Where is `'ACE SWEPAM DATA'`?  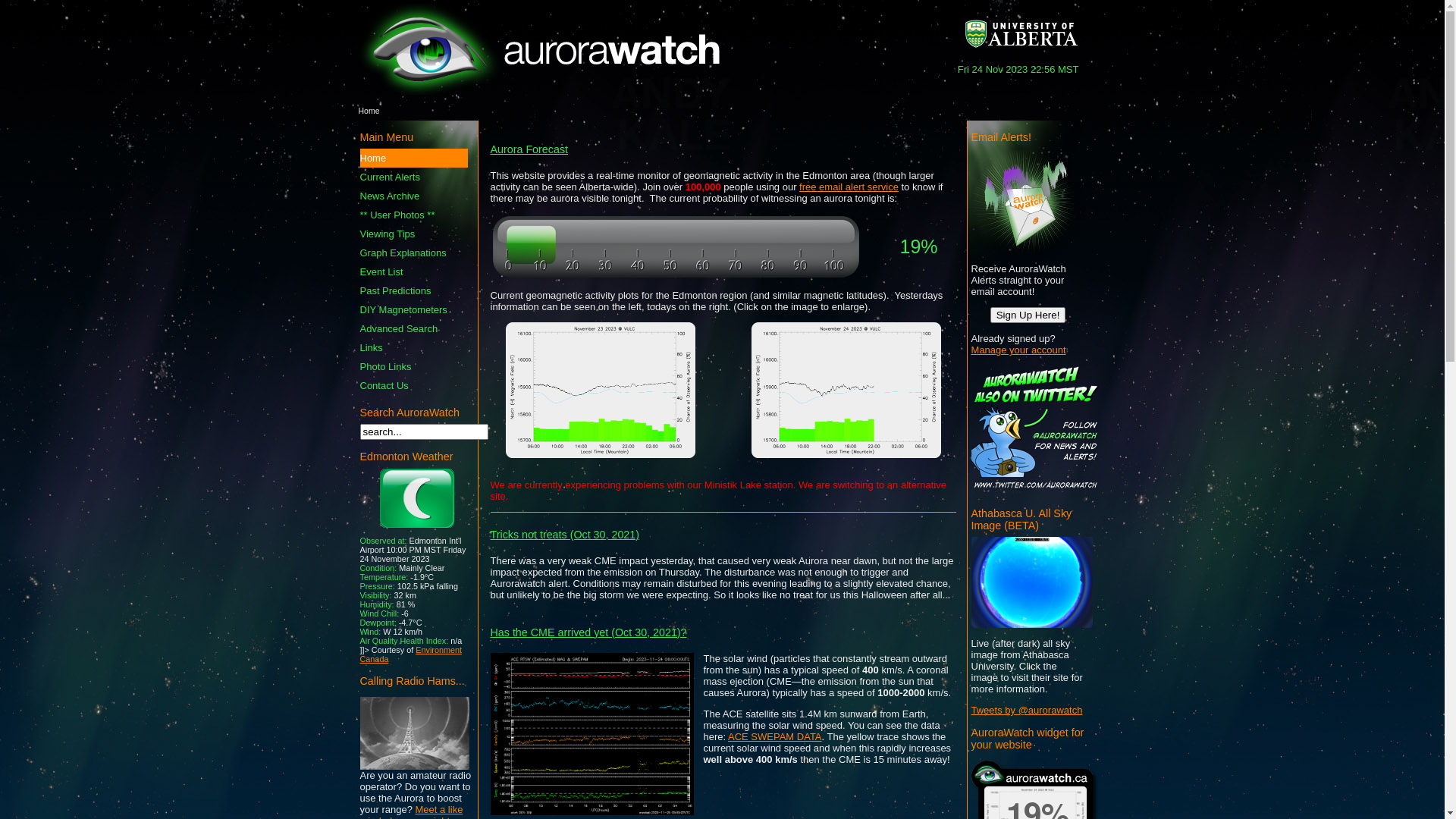
'ACE SWEPAM DATA' is located at coordinates (775, 736).